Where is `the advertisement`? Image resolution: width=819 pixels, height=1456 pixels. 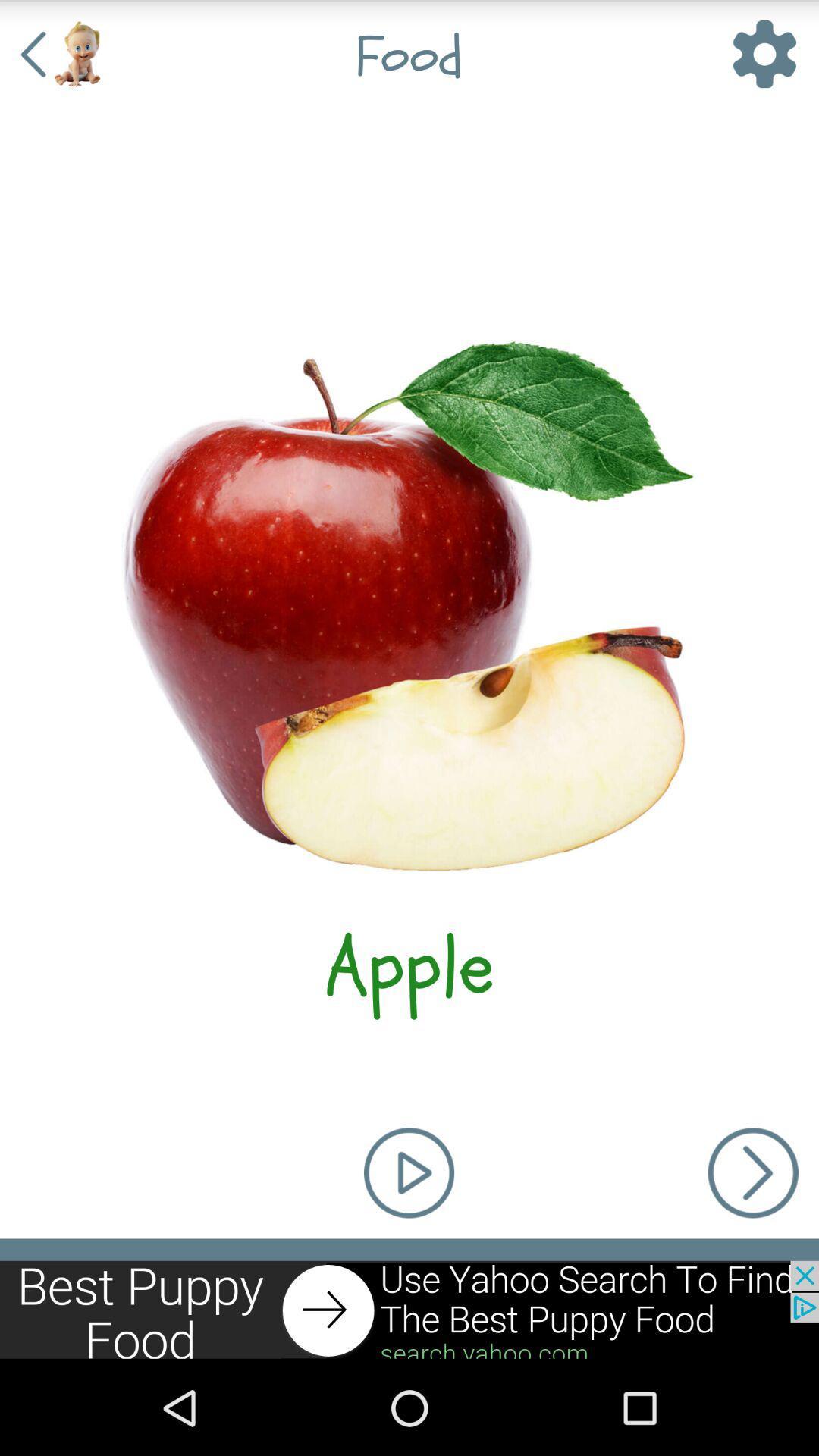 the advertisement is located at coordinates (409, 1310).